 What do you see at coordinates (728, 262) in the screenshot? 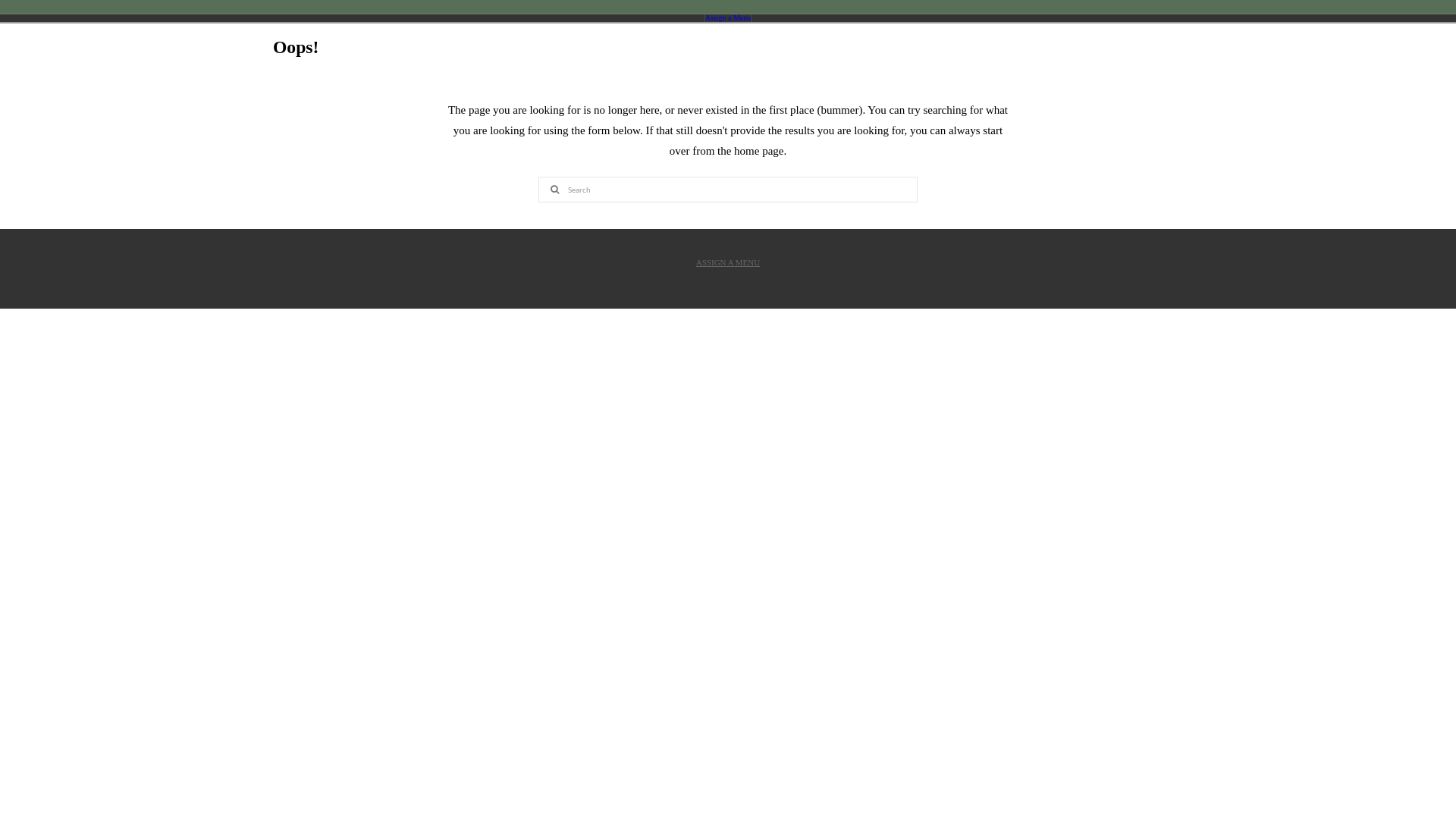
I see `'ASSIGN A MENU'` at bounding box center [728, 262].